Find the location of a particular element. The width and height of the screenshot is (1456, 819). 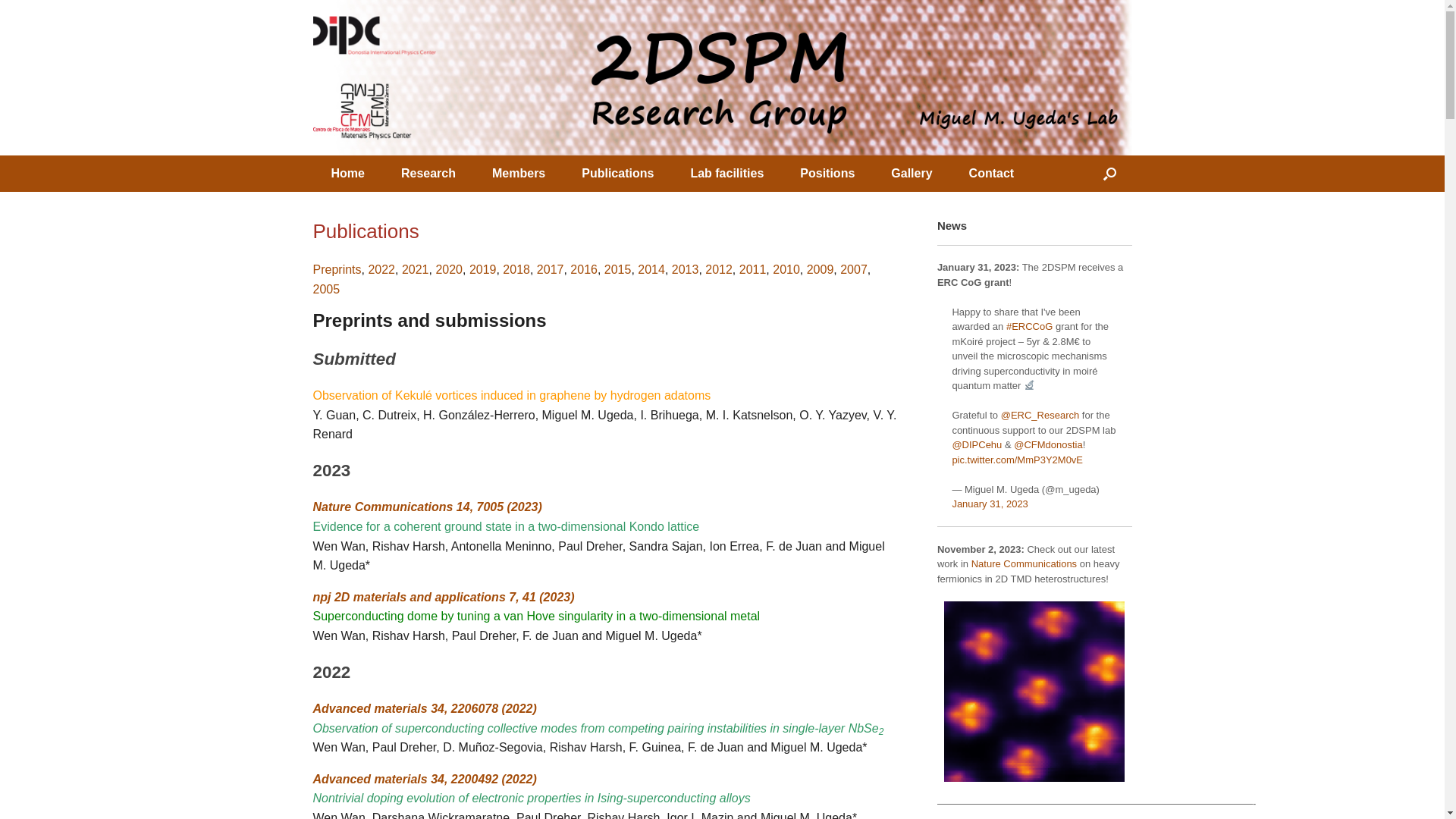

'@DIPCehu' is located at coordinates (976, 444).